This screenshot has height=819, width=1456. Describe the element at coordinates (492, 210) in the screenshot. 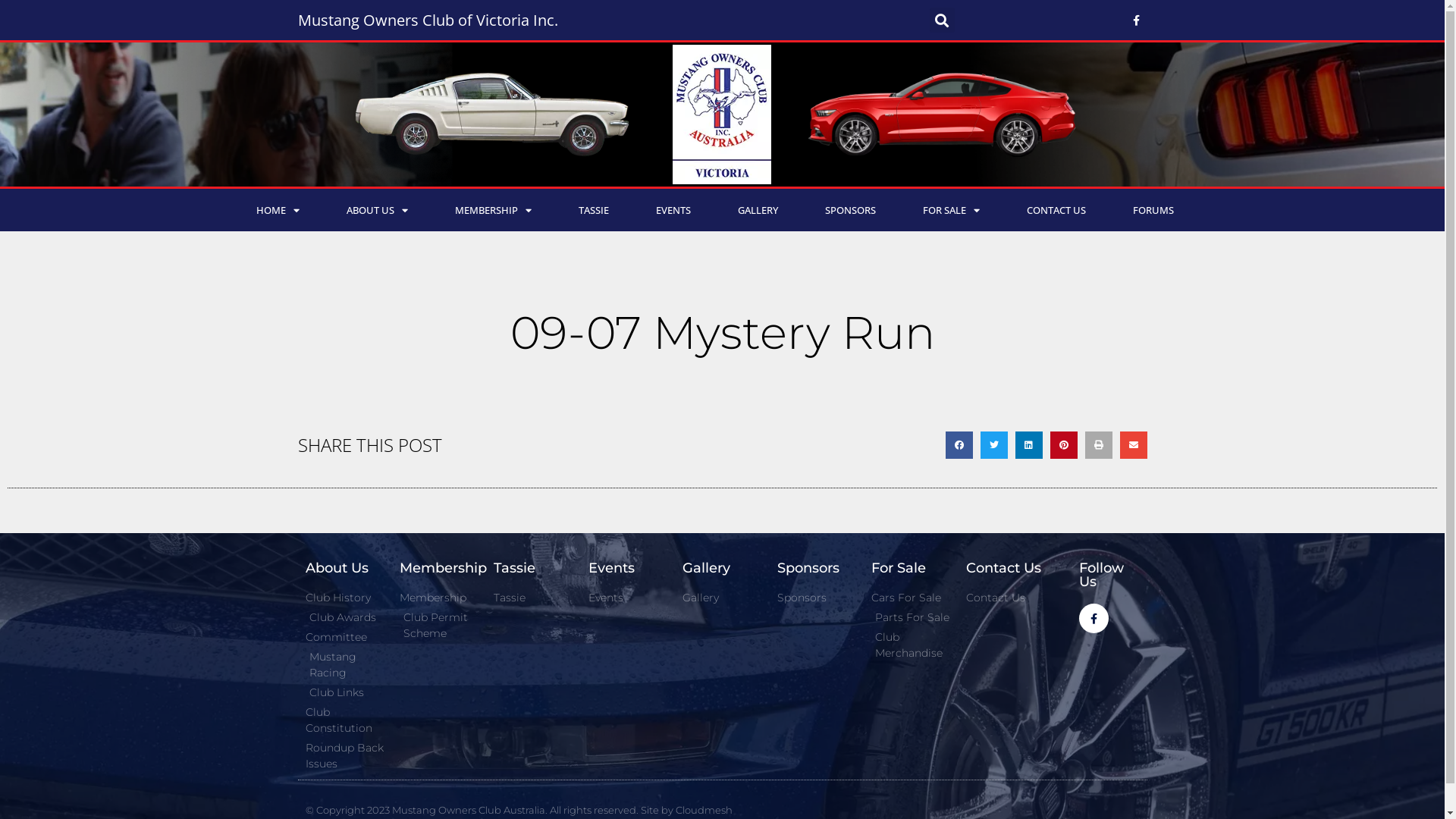

I see `'MEMBERSHIP'` at that location.